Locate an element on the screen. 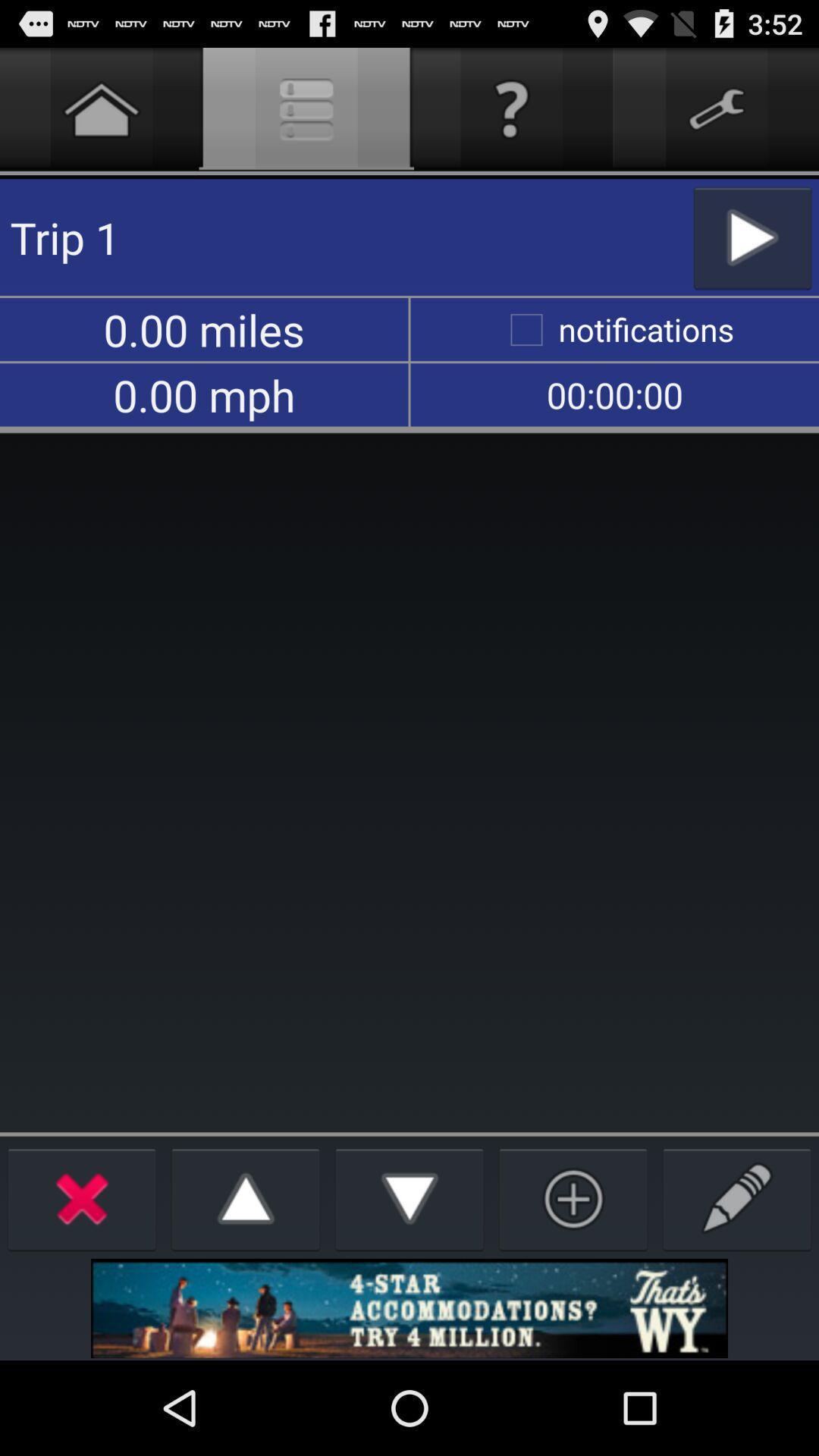 The image size is (819, 1456). the edit icon is located at coordinates (736, 1282).